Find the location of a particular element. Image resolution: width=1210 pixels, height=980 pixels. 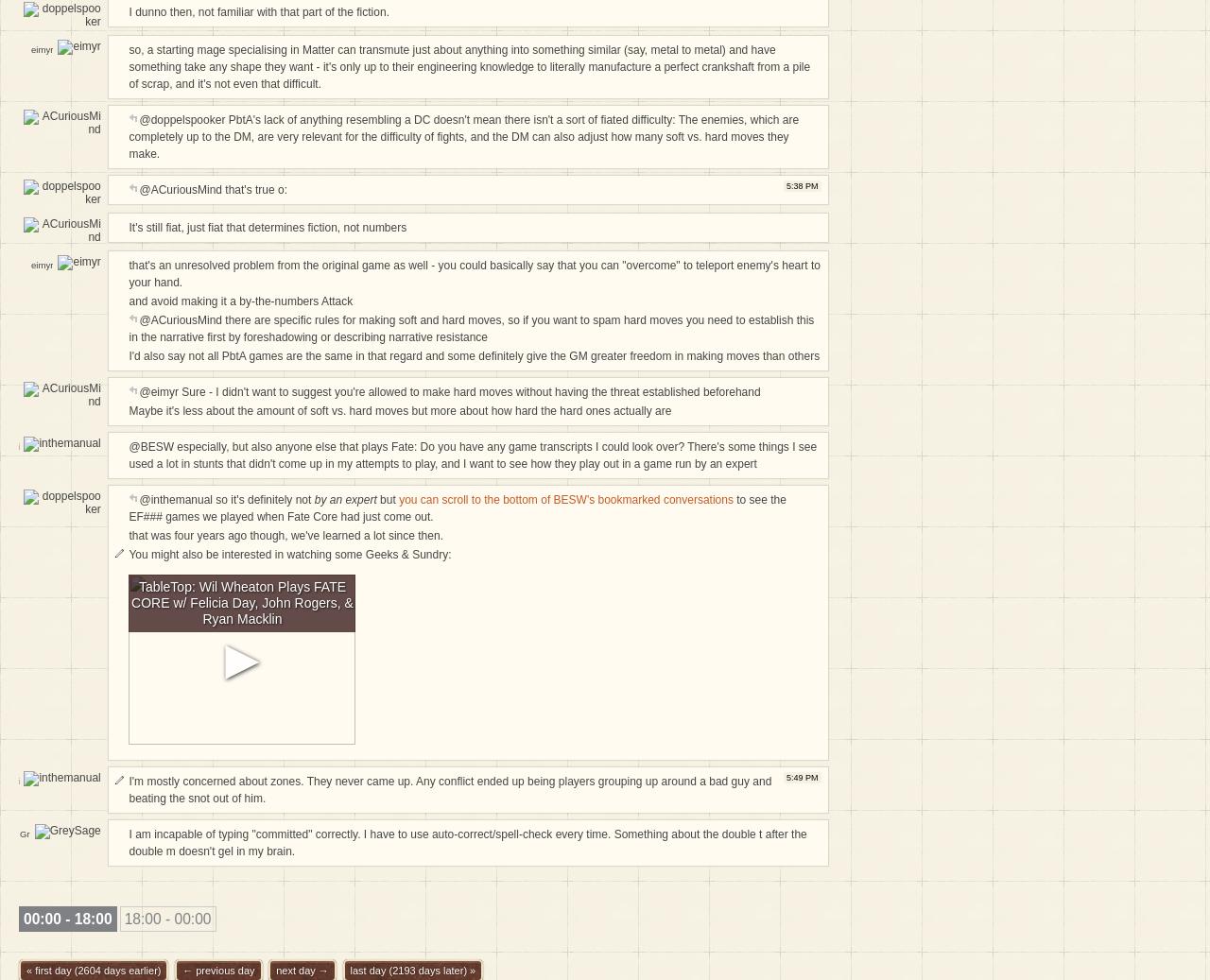

'@ACuriousMind that's true o:' is located at coordinates (213, 188).